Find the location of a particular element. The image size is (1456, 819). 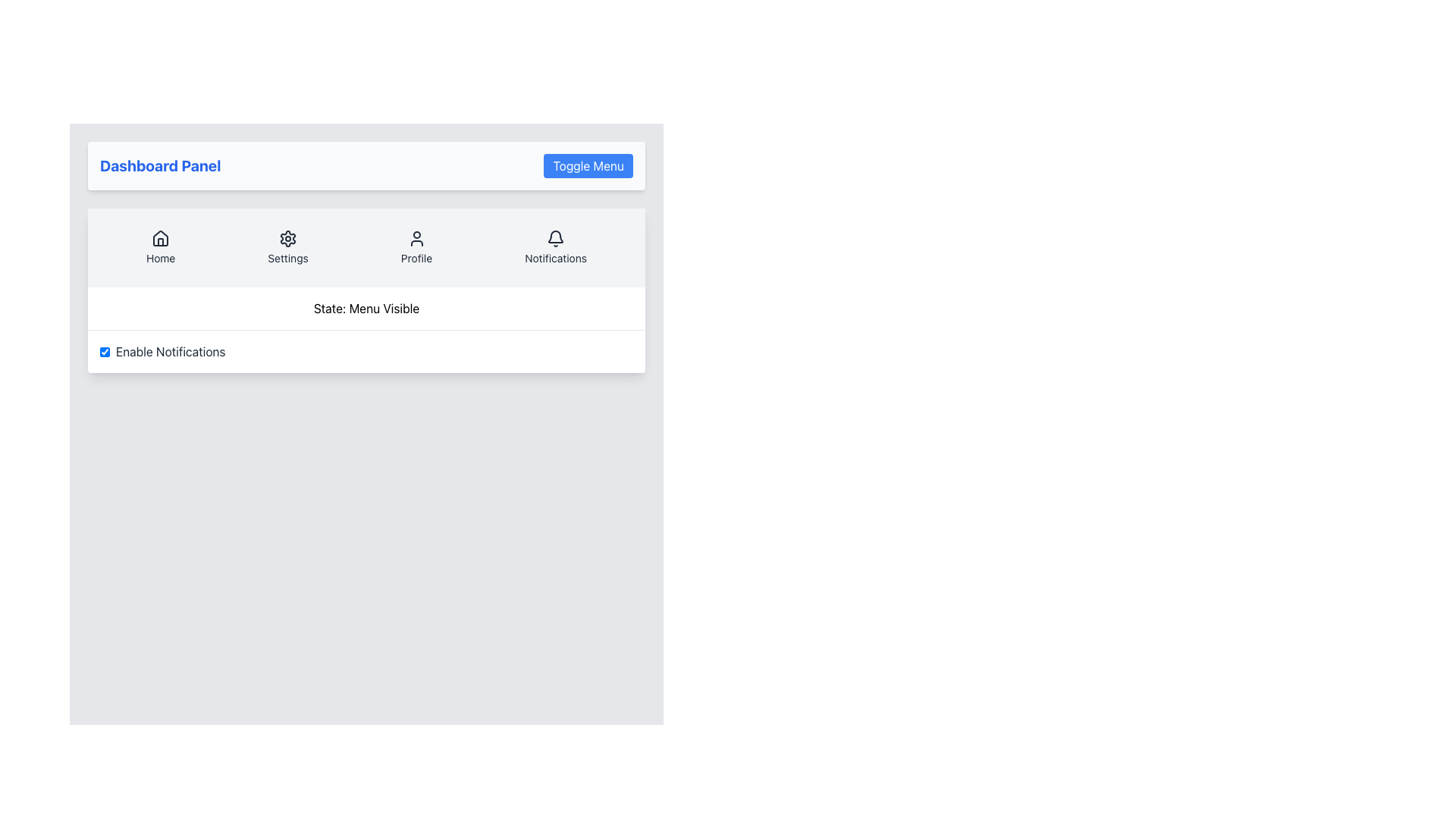

the checkbox is located at coordinates (104, 351).